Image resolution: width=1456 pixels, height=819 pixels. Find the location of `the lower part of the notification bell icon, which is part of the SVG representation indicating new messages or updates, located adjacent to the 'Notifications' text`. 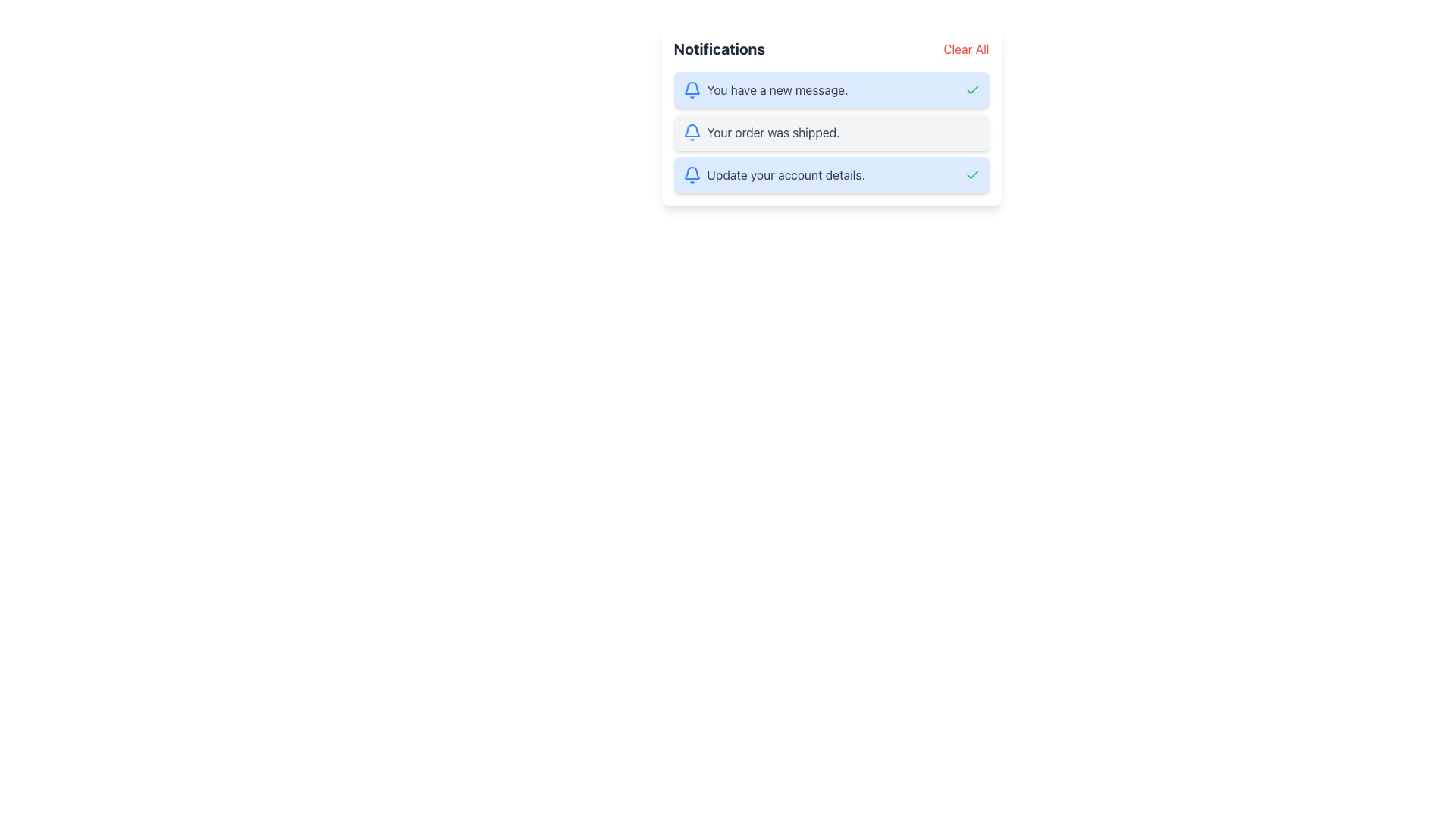

the lower part of the notification bell icon, which is part of the SVG representation indicating new messages or updates, located adjacent to the 'Notifications' text is located at coordinates (691, 130).